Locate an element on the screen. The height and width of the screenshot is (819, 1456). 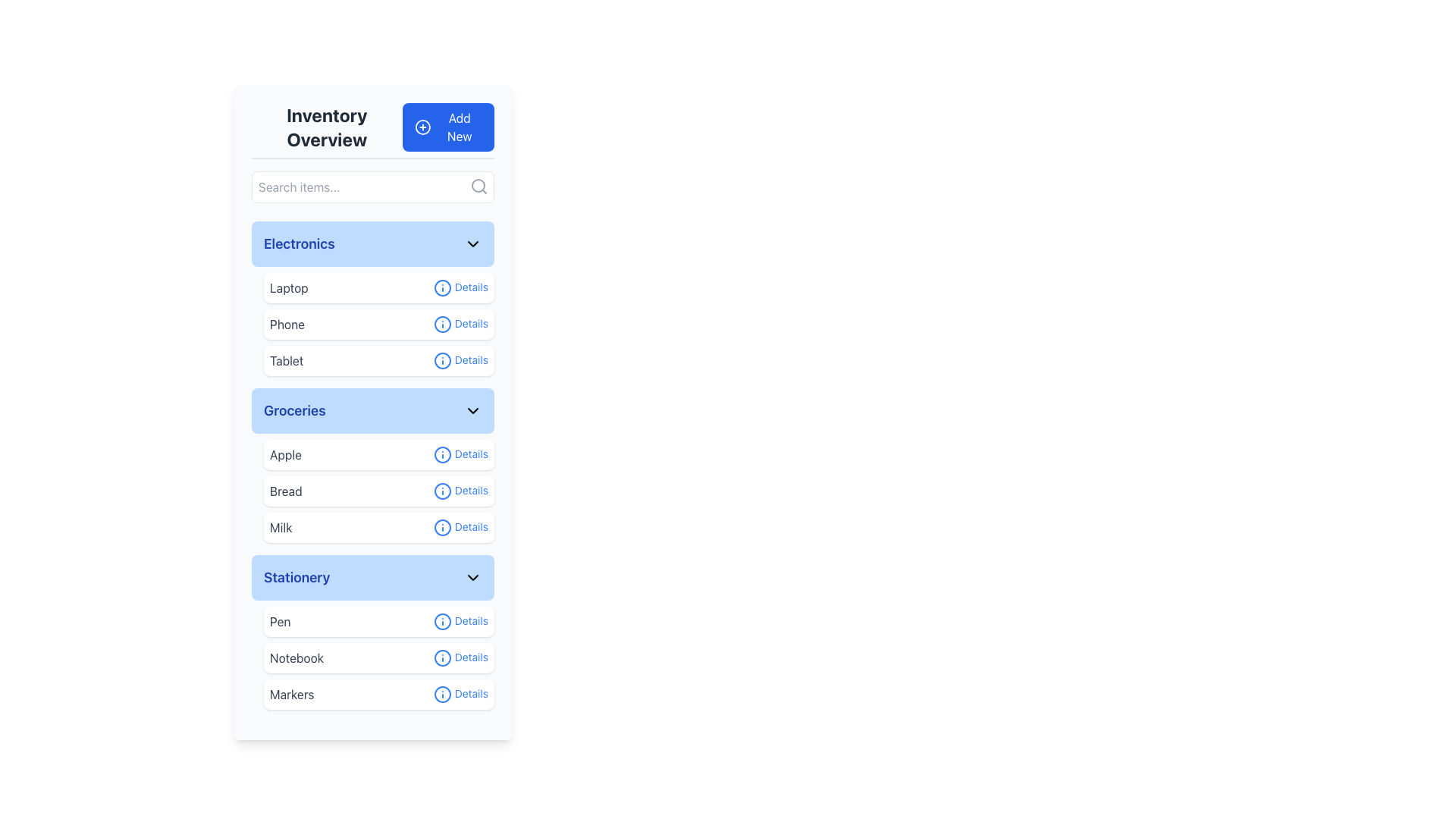
the information icon next to the word 'Details' in the 'Groceries' section is located at coordinates (441, 454).